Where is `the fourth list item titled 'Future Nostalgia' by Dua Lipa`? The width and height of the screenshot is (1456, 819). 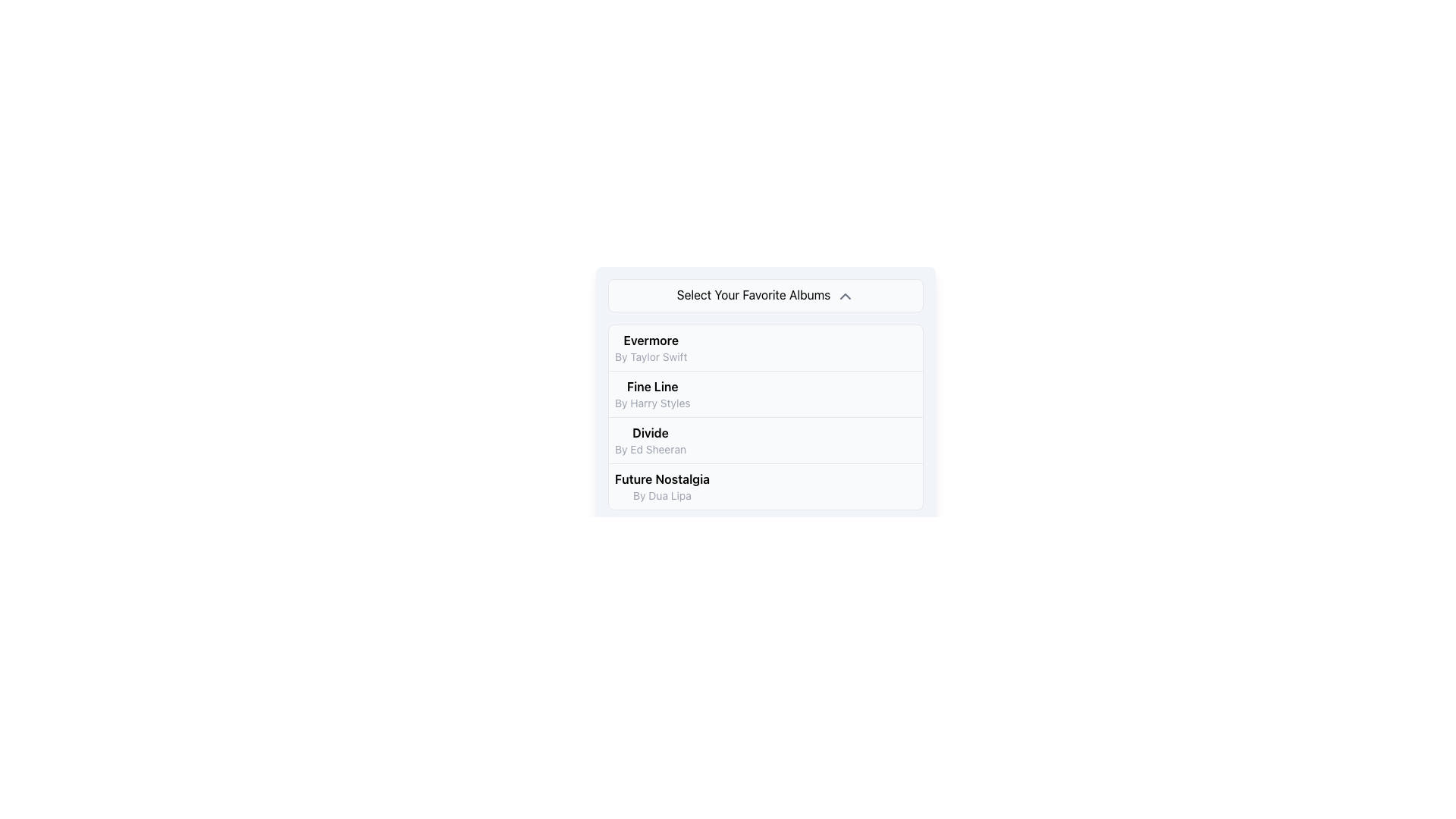
the fourth list item titled 'Future Nostalgia' by Dua Lipa is located at coordinates (765, 485).